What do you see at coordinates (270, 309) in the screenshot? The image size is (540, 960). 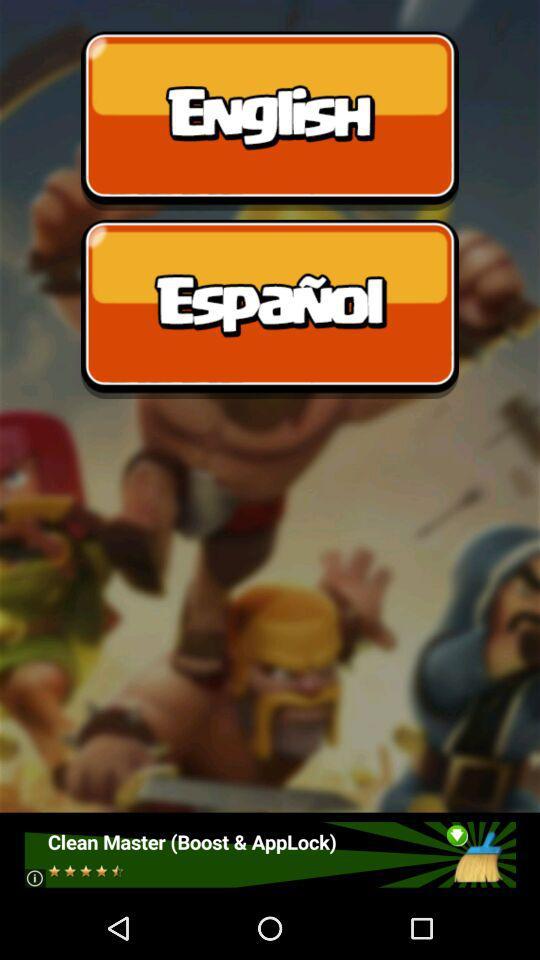 I see `choose spanish` at bounding box center [270, 309].